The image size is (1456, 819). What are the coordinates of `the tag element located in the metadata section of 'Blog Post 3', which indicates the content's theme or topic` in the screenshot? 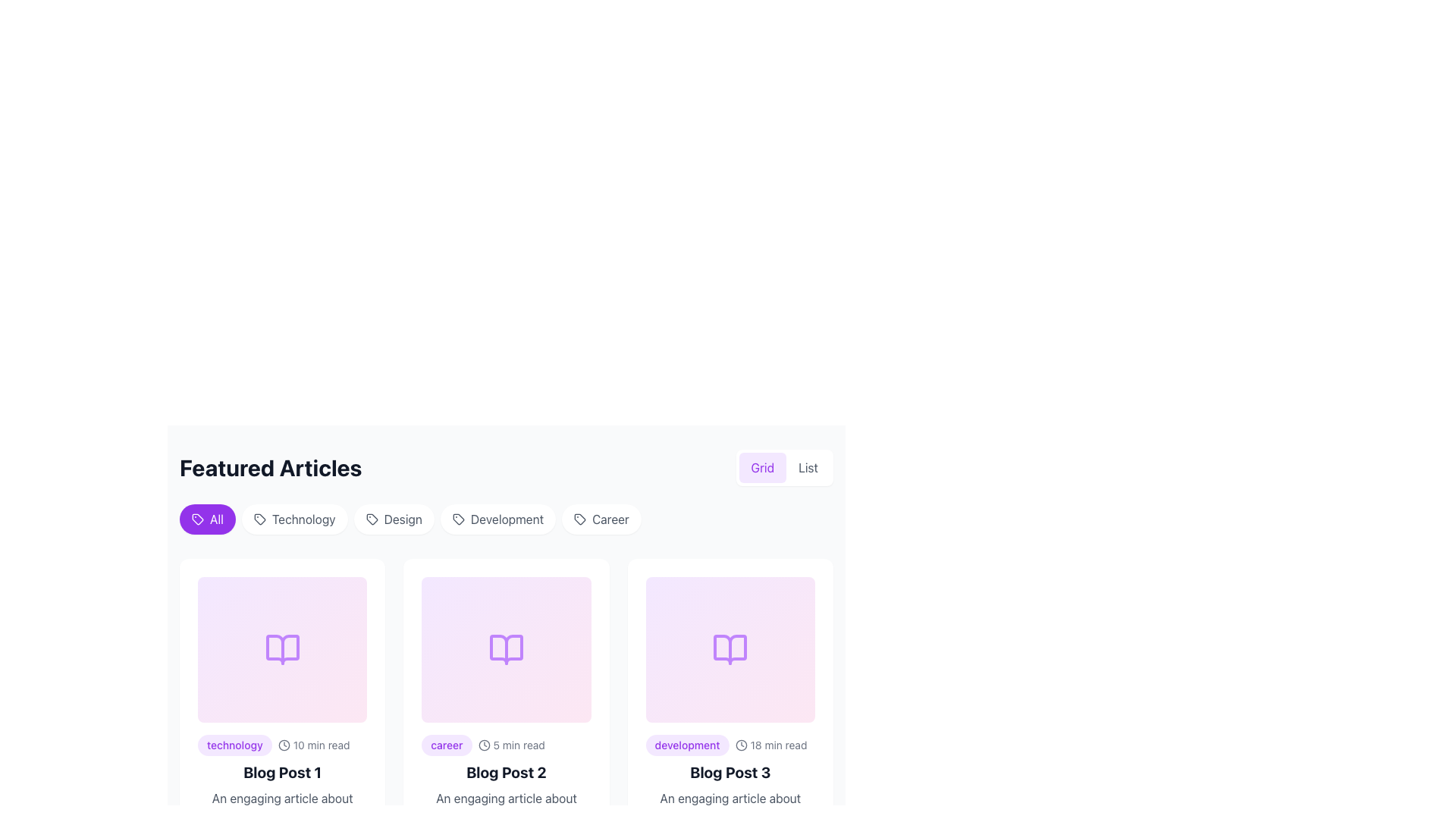 It's located at (686, 745).